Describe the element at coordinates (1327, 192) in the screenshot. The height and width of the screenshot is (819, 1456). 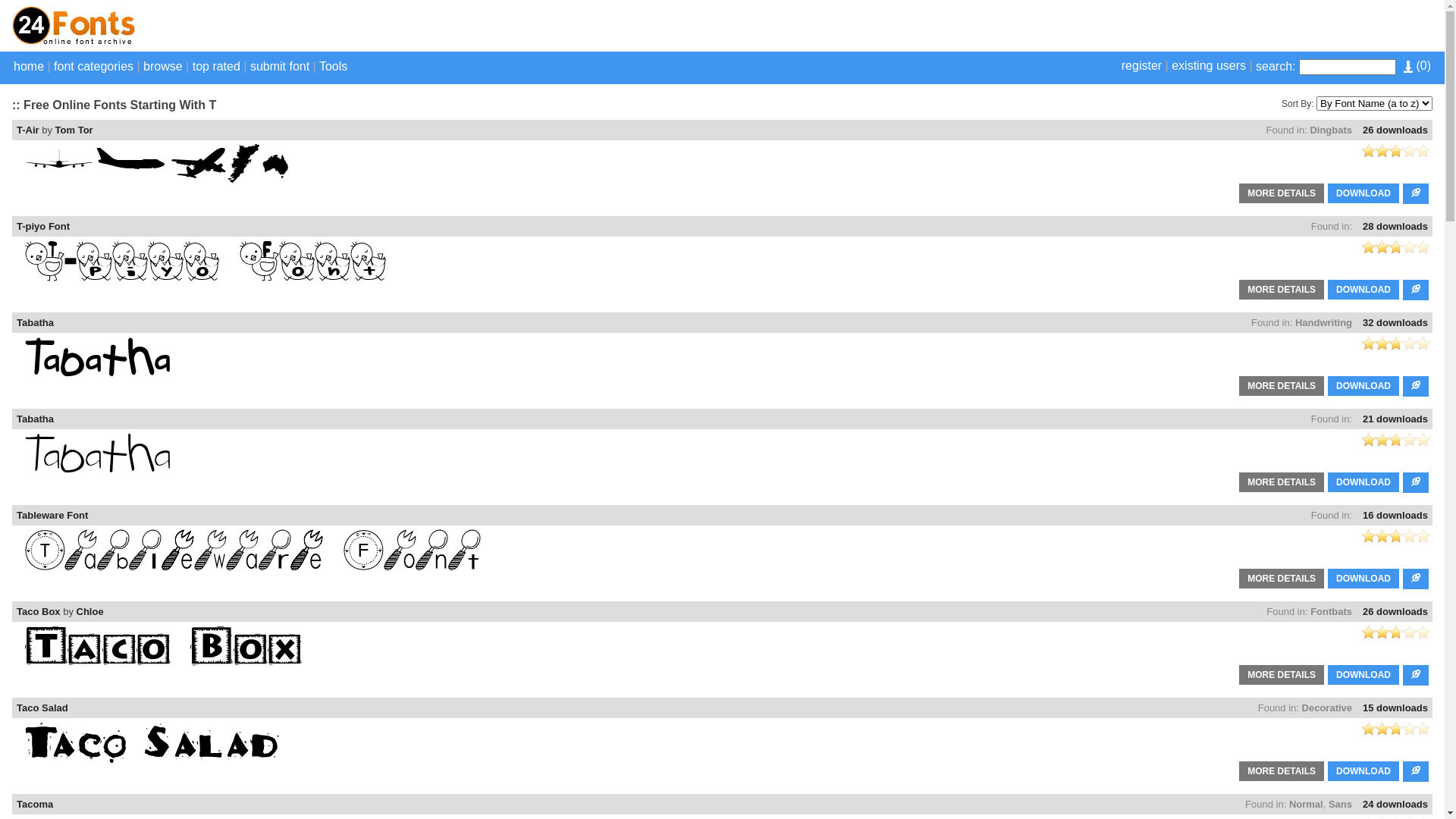
I see `'DOWNLOAD'` at that location.